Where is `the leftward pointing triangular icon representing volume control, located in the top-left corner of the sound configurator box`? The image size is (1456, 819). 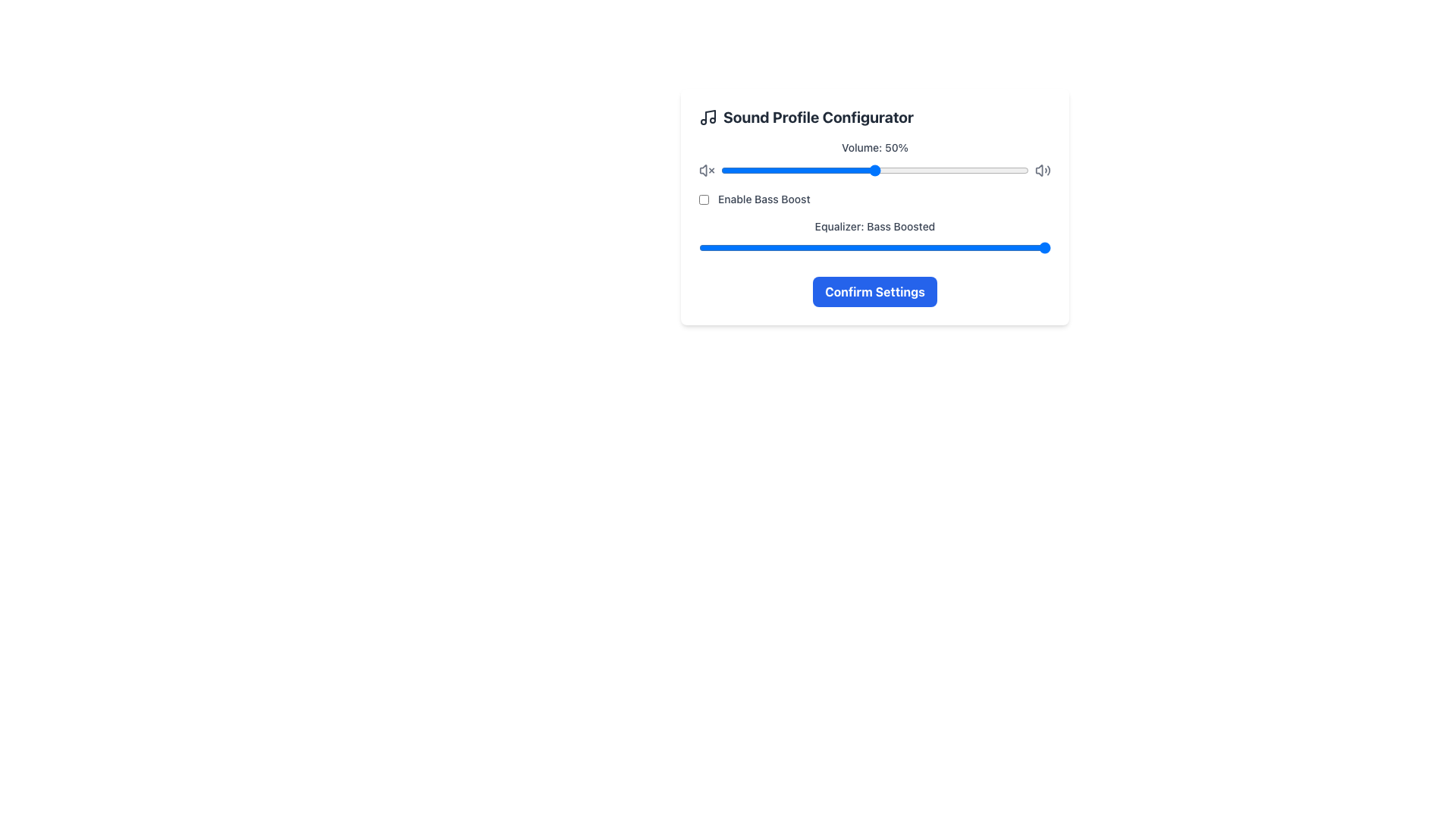
the leftward pointing triangular icon representing volume control, located in the top-left corner of the sound configurator box is located at coordinates (702, 170).